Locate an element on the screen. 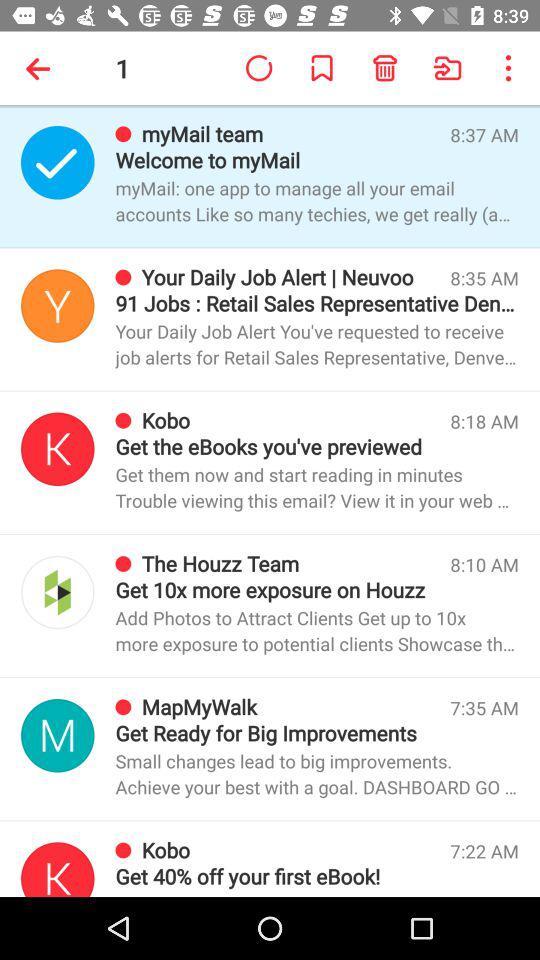 This screenshot has width=540, height=960. sender icon is located at coordinates (57, 161).